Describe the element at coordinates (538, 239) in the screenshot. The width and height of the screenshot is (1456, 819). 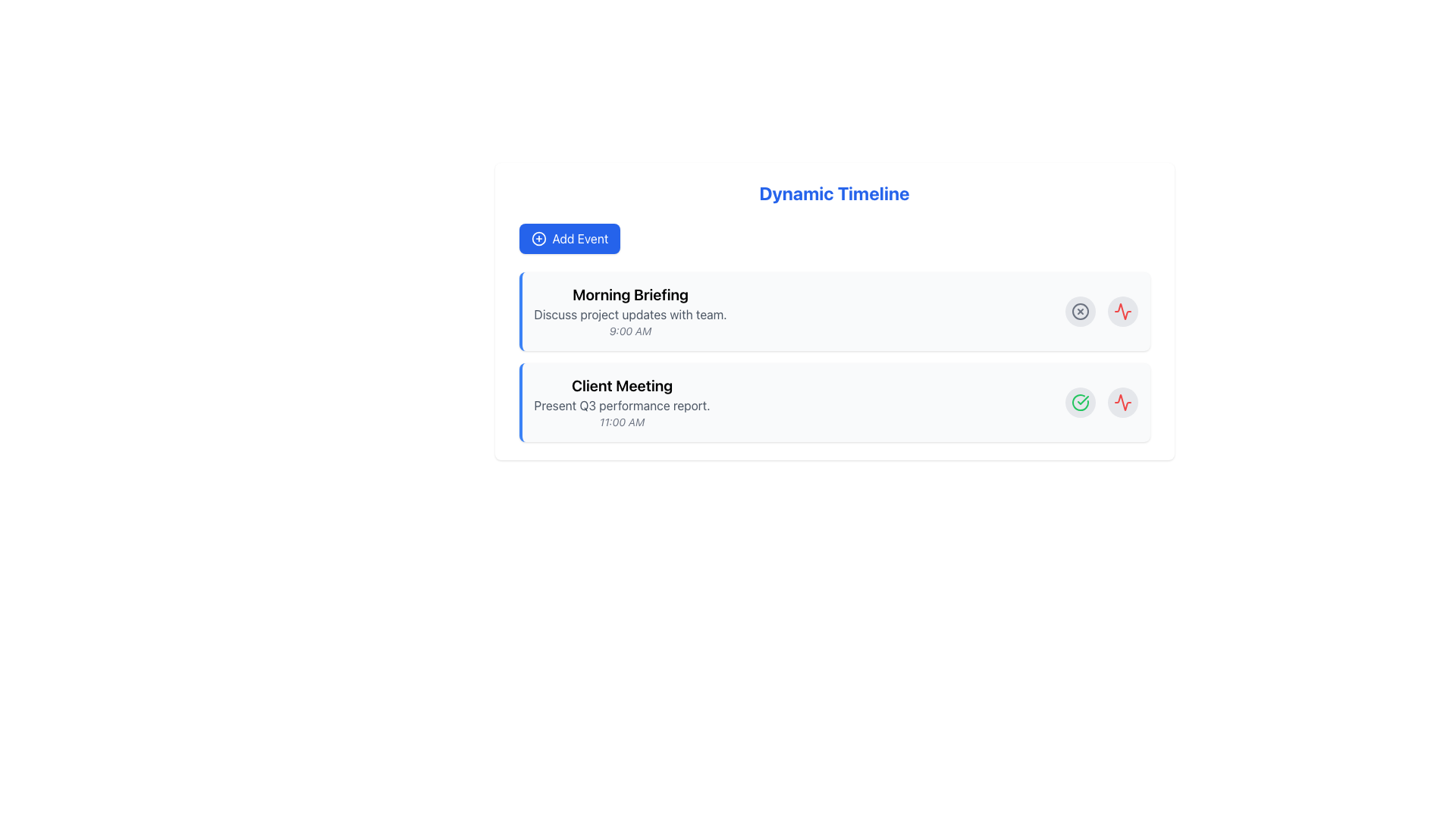
I see `the graphical icon located on the left side of the 'Add Event' button, which visually supports the button for adding or creating content` at that location.